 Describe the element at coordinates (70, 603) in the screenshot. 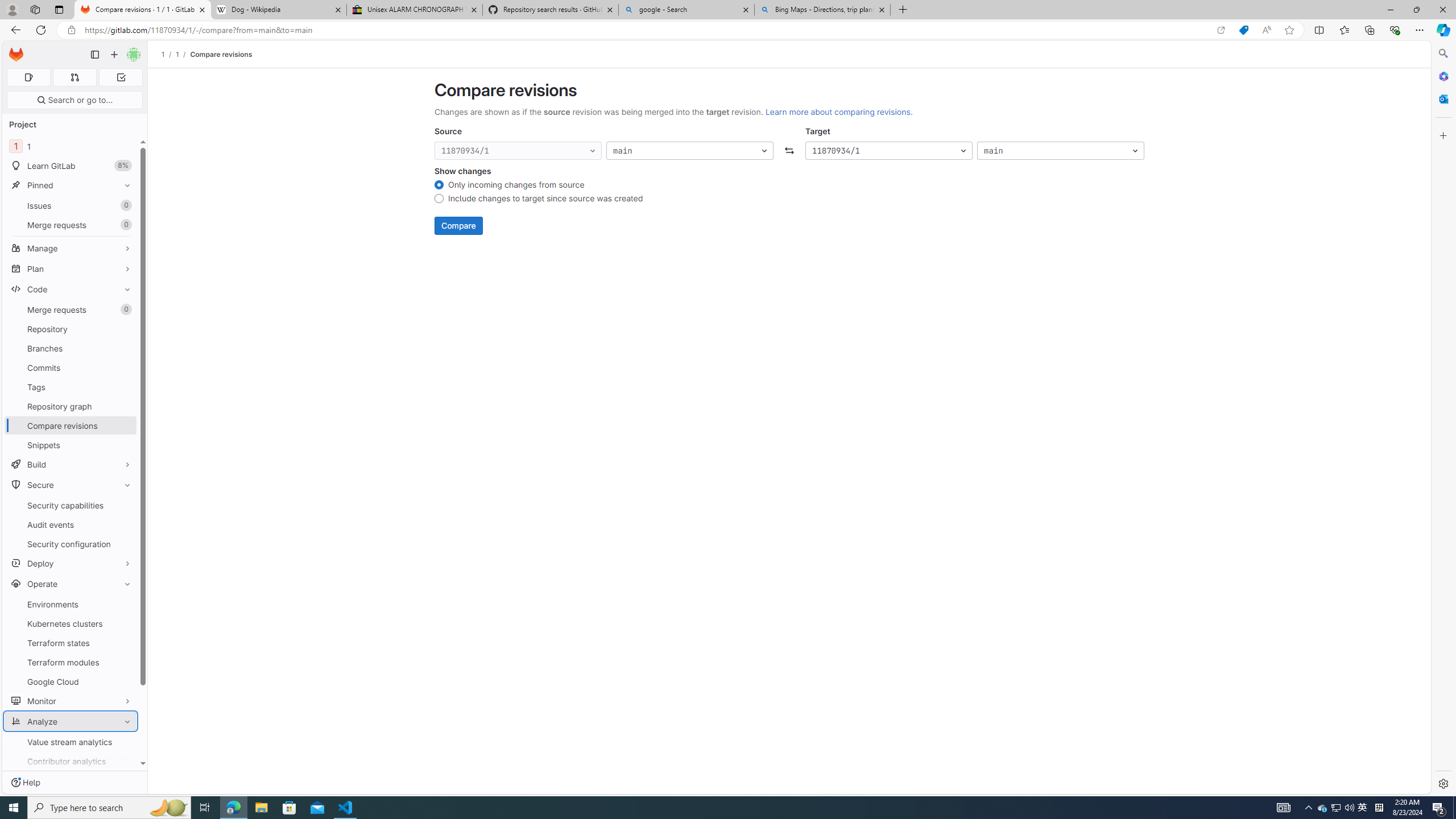

I see `'Environments'` at that location.